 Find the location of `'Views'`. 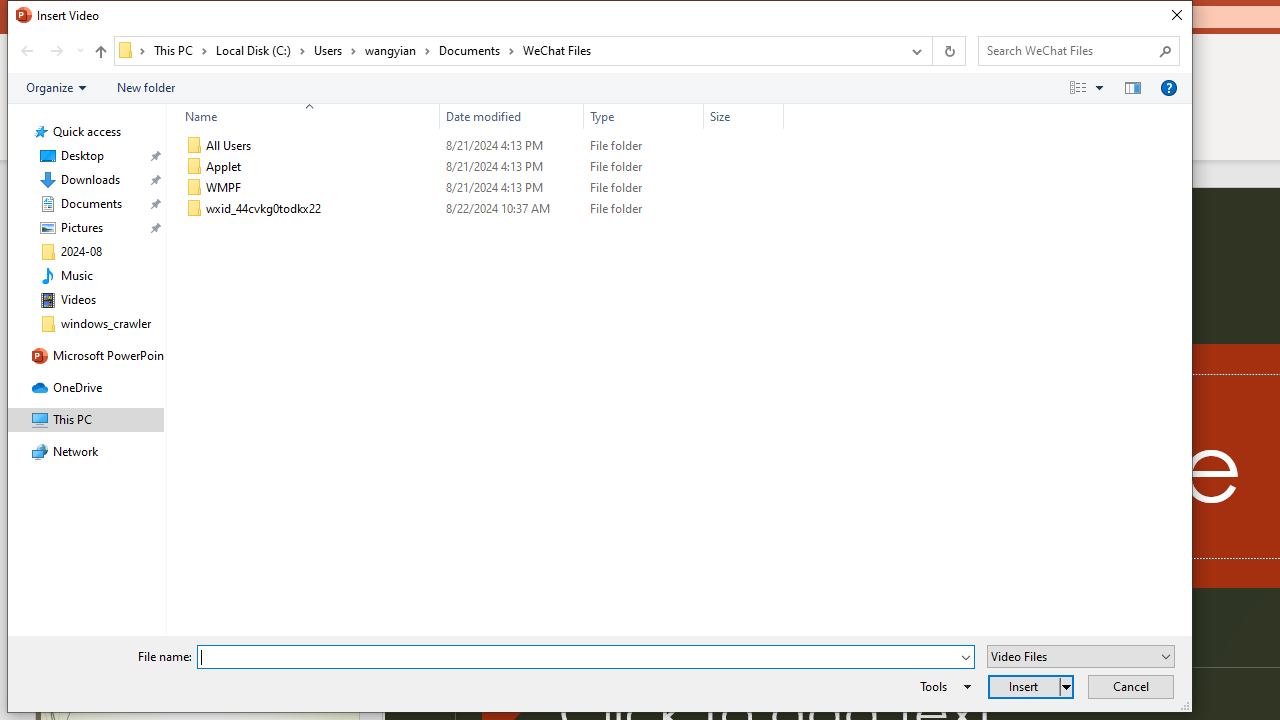

'Views' is located at coordinates (1090, 86).